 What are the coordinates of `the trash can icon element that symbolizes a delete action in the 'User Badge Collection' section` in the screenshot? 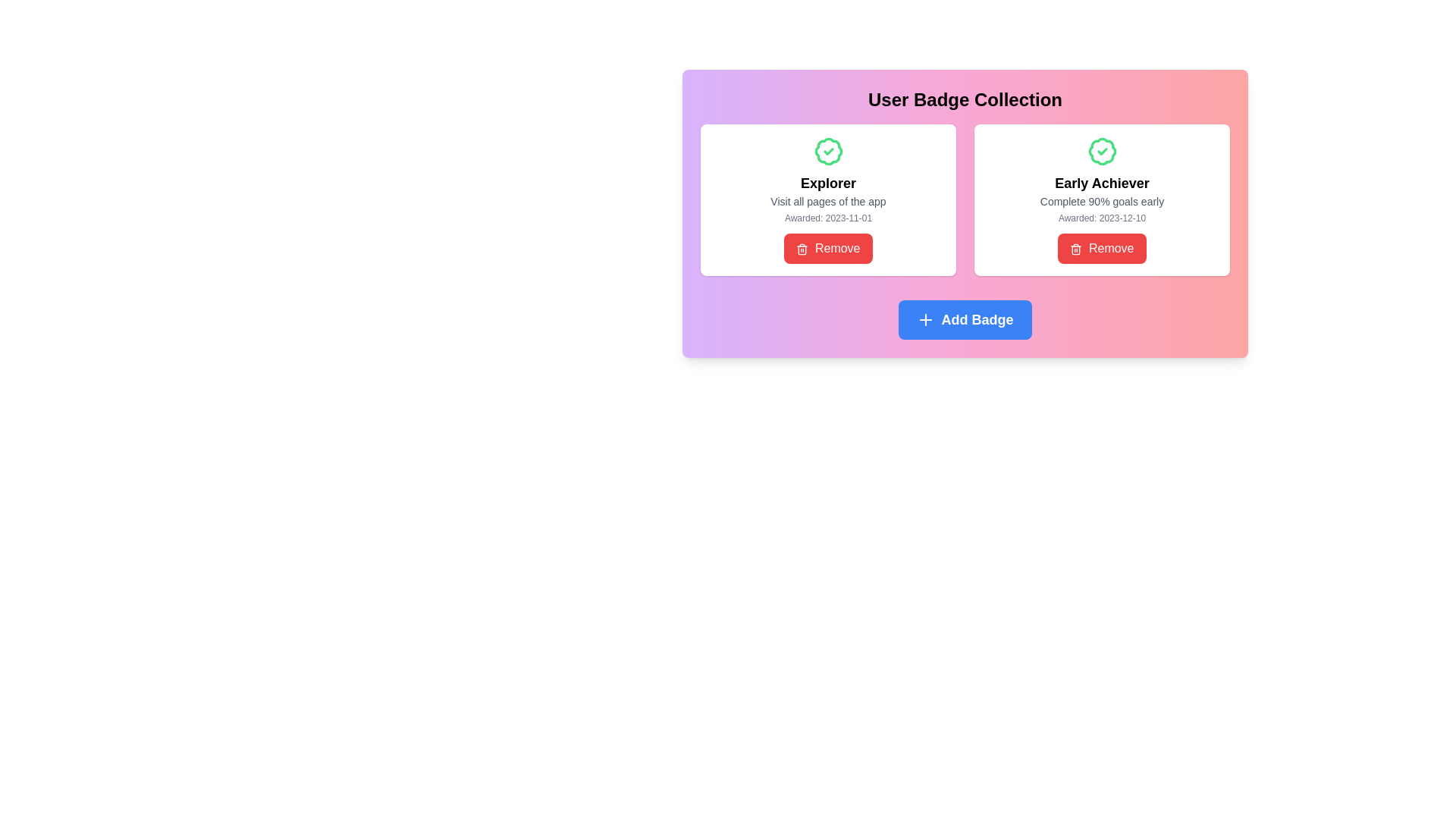 It's located at (802, 249).